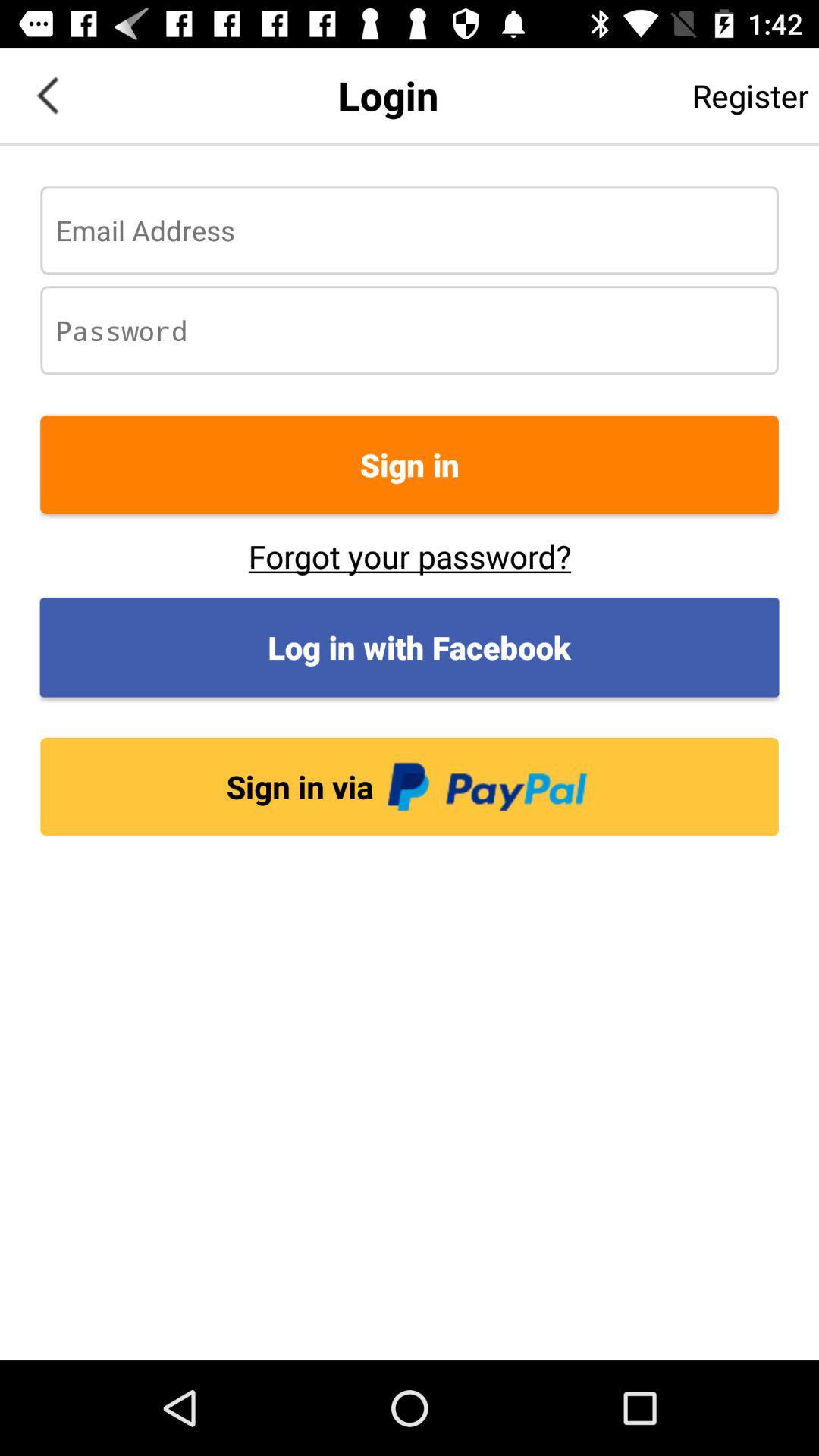 The width and height of the screenshot is (819, 1456). What do you see at coordinates (409, 555) in the screenshot?
I see `the forgot your password? item` at bounding box center [409, 555].